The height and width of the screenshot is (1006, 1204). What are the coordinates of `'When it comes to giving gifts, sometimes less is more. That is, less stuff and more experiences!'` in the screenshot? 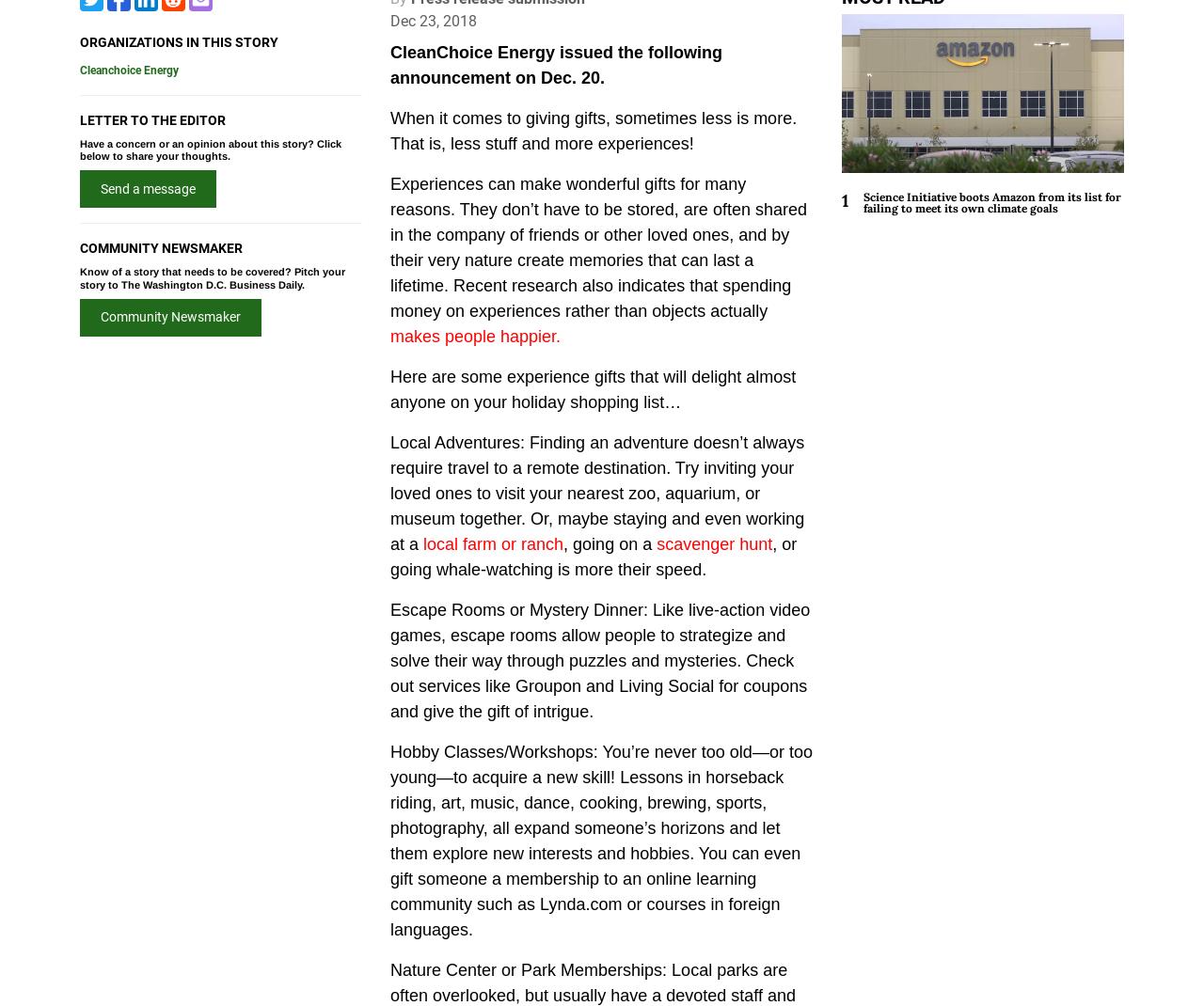 It's located at (593, 131).